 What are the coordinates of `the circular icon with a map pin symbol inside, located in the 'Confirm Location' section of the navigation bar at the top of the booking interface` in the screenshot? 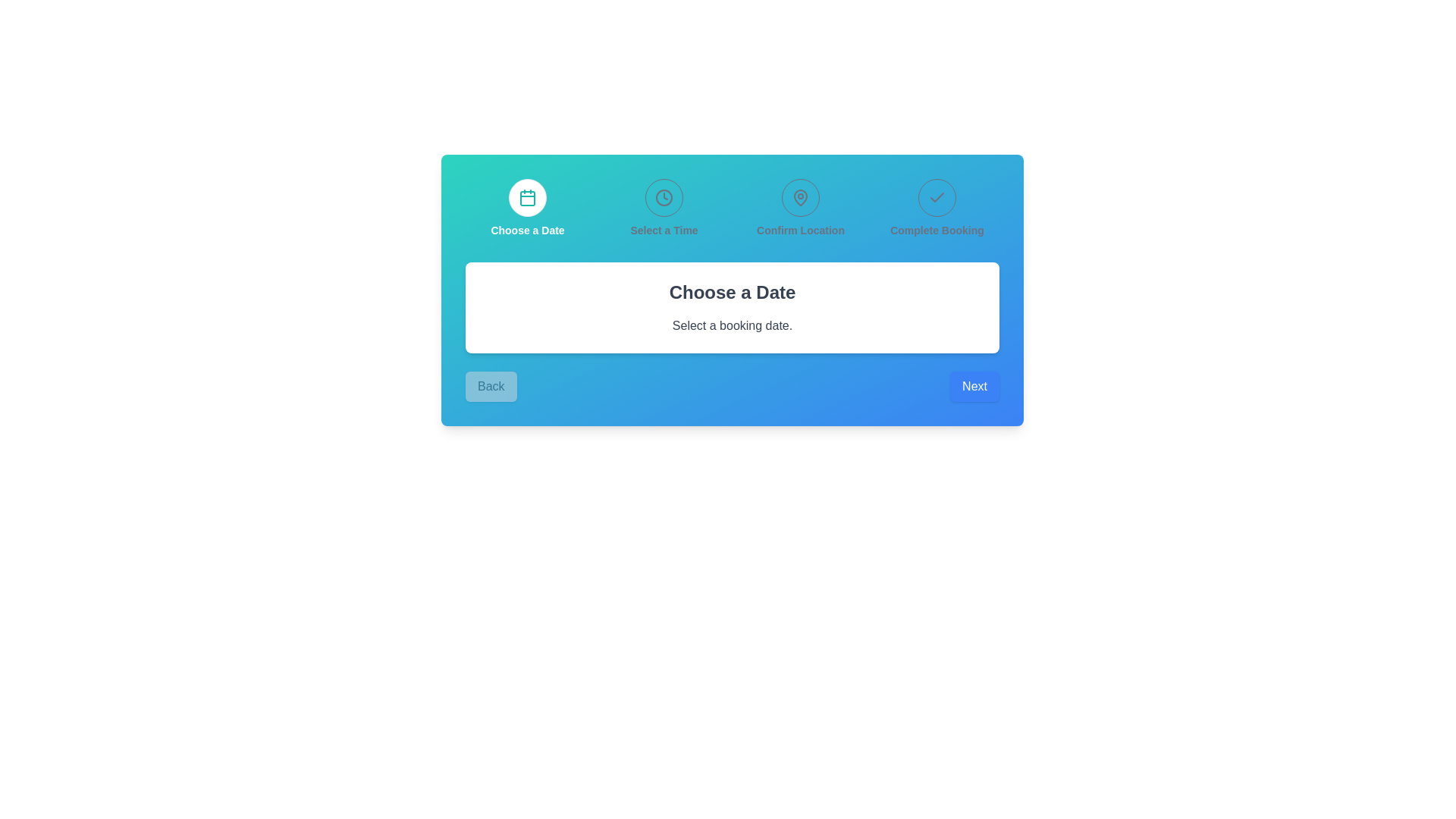 It's located at (800, 197).